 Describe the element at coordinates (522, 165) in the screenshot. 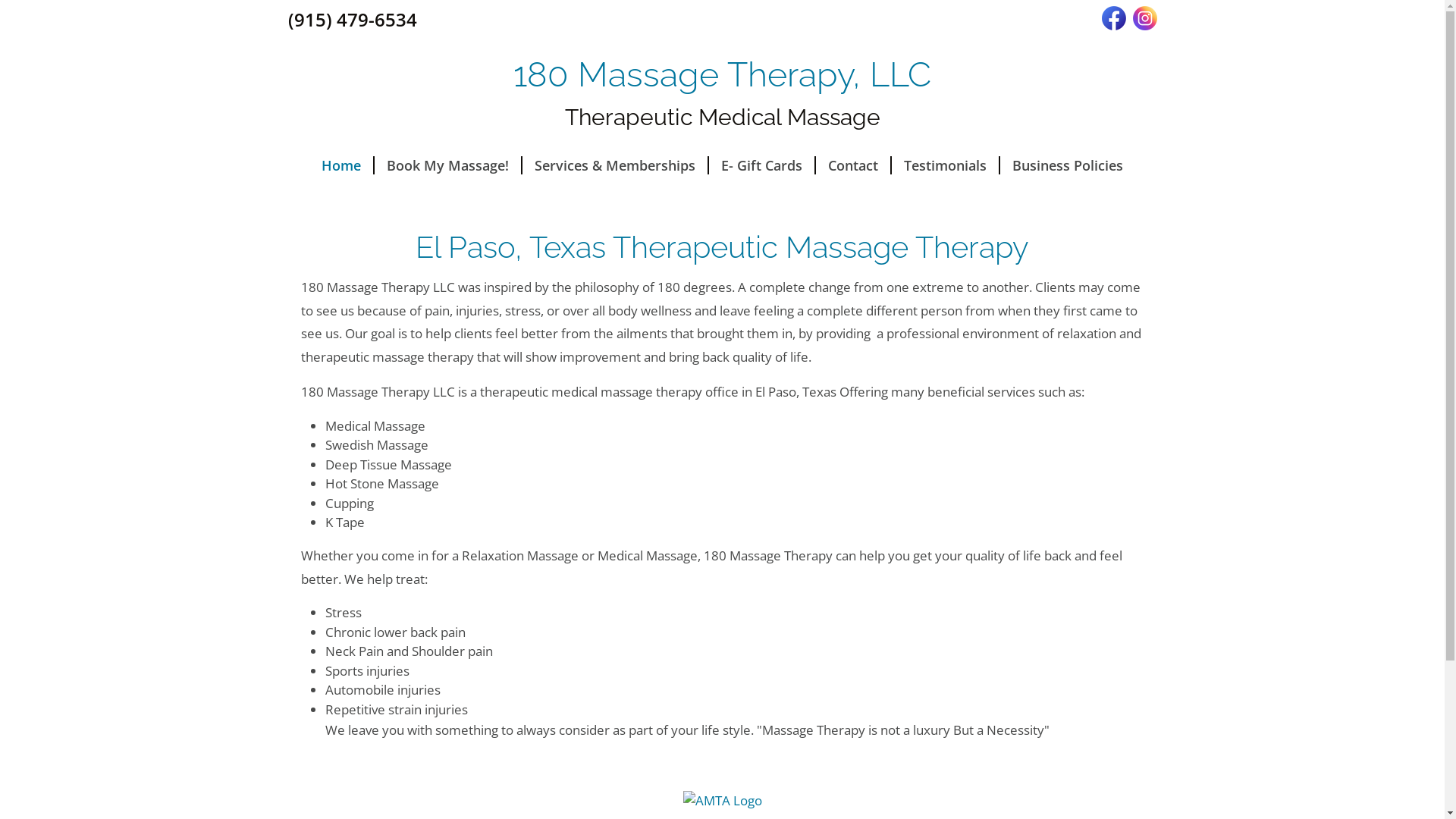

I see `'Services & Memberships'` at that location.